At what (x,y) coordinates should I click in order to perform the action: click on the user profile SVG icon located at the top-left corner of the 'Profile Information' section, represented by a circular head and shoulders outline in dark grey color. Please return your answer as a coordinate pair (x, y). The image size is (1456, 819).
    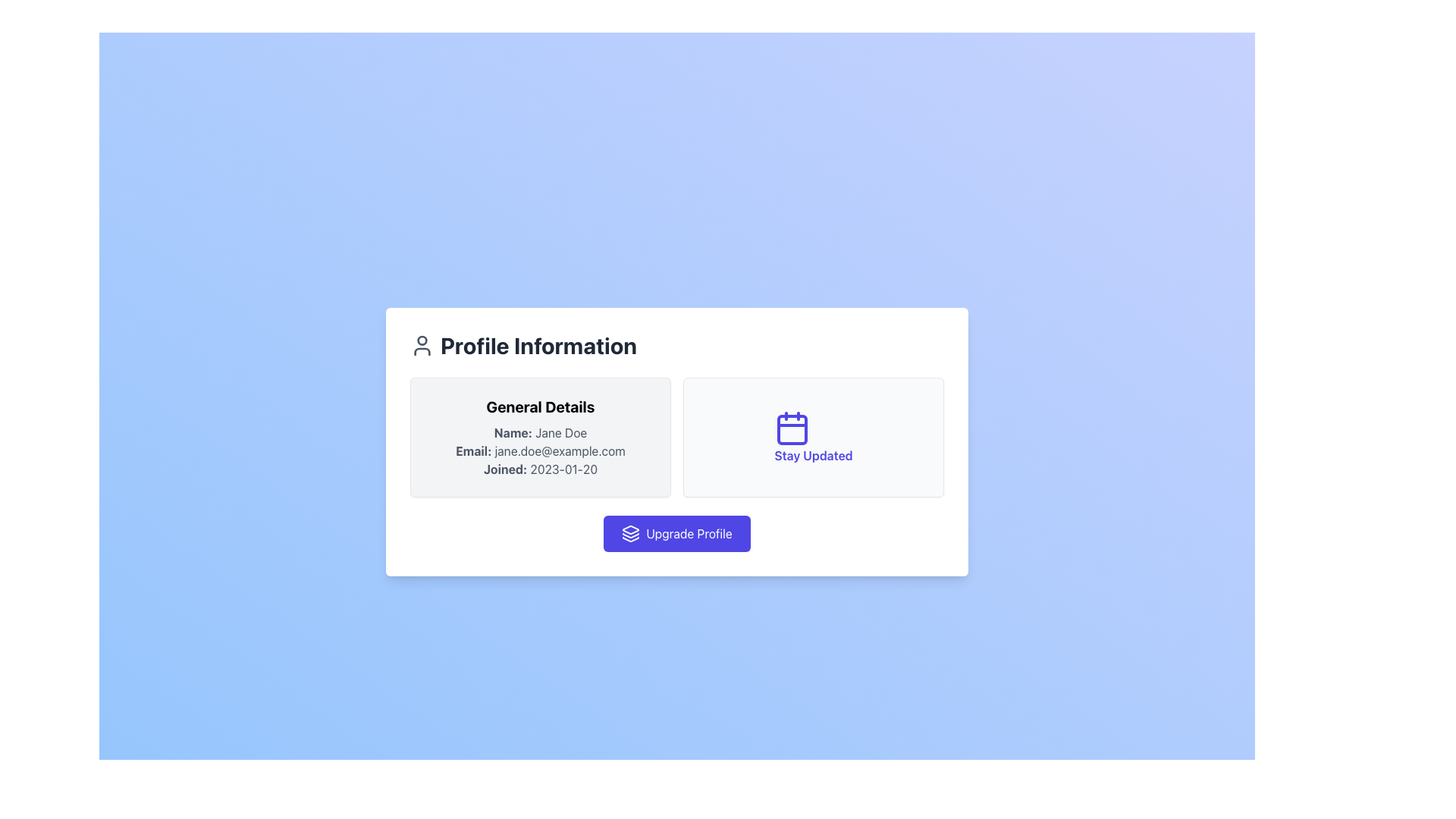
    Looking at the image, I should click on (422, 345).